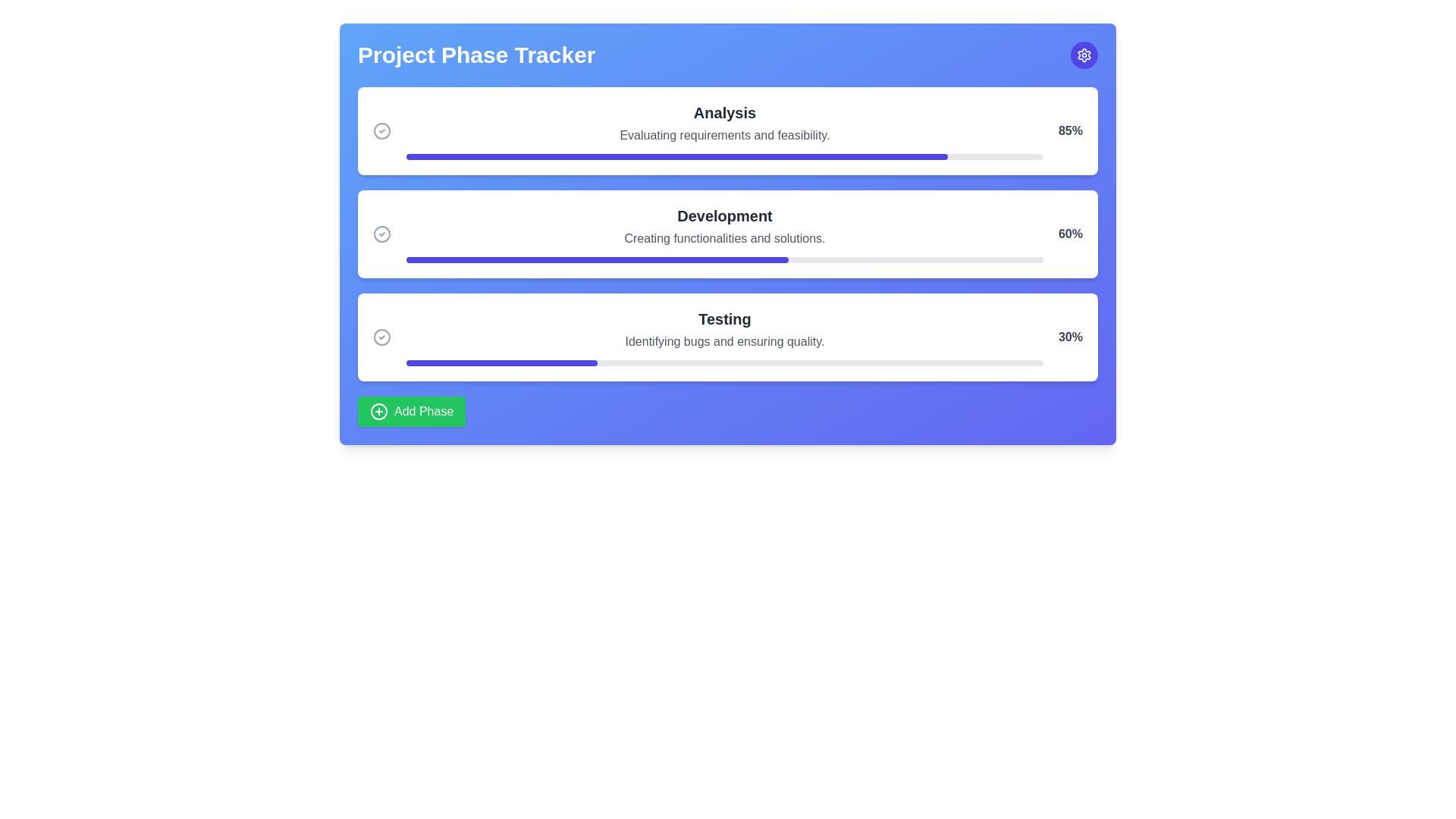 The height and width of the screenshot is (819, 1456). Describe the element at coordinates (723, 157) in the screenshot. I see `the progress of the horizontal progress bar labeled 'Analysis', which is filled to 85% of its width, located in the progress tracker interface` at that location.